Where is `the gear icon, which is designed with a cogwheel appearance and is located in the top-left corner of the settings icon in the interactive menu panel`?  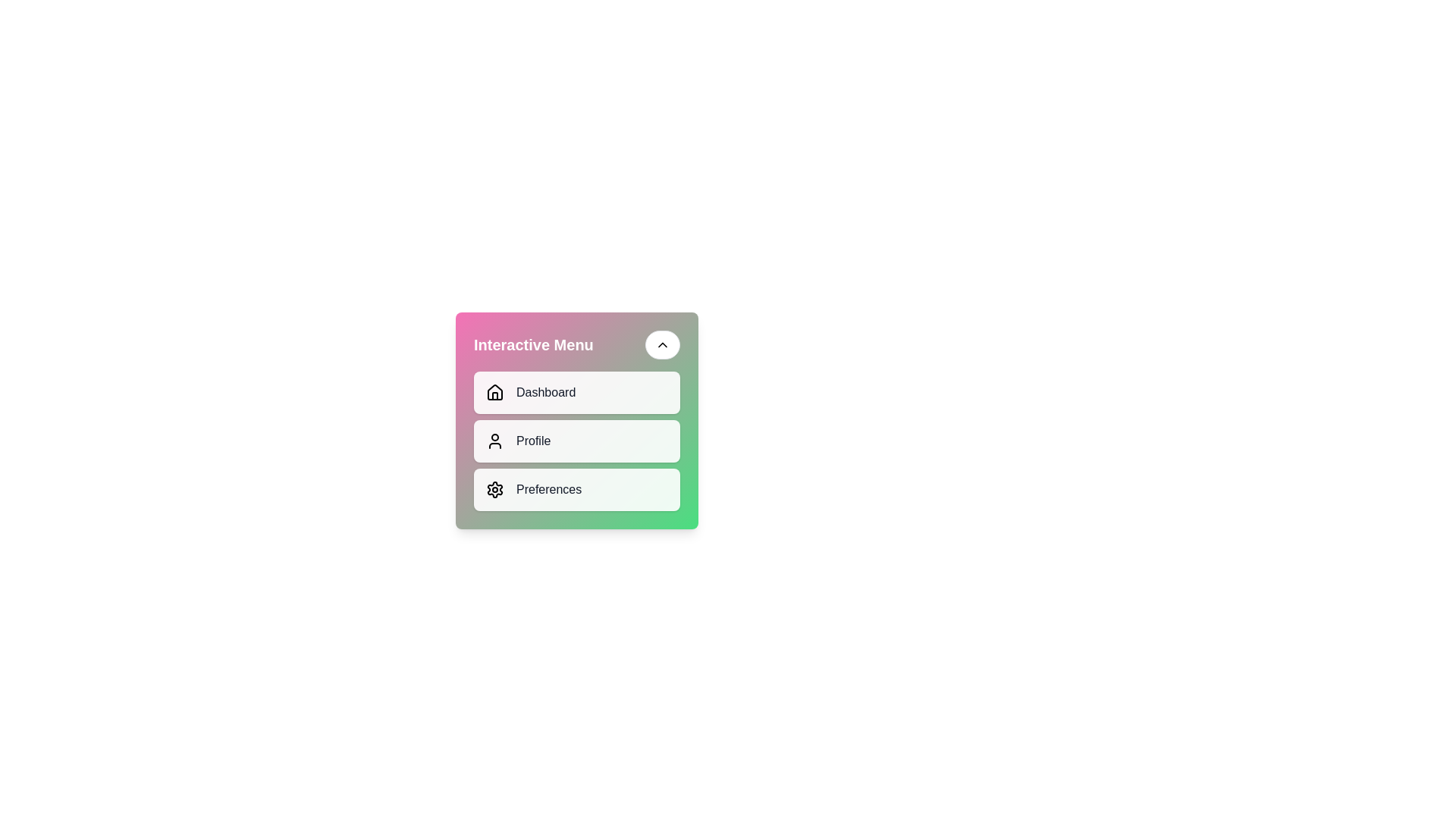 the gear icon, which is designed with a cogwheel appearance and is located in the top-left corner of the settings icon in the interactive menu panel is located at coordinates (494, 489).